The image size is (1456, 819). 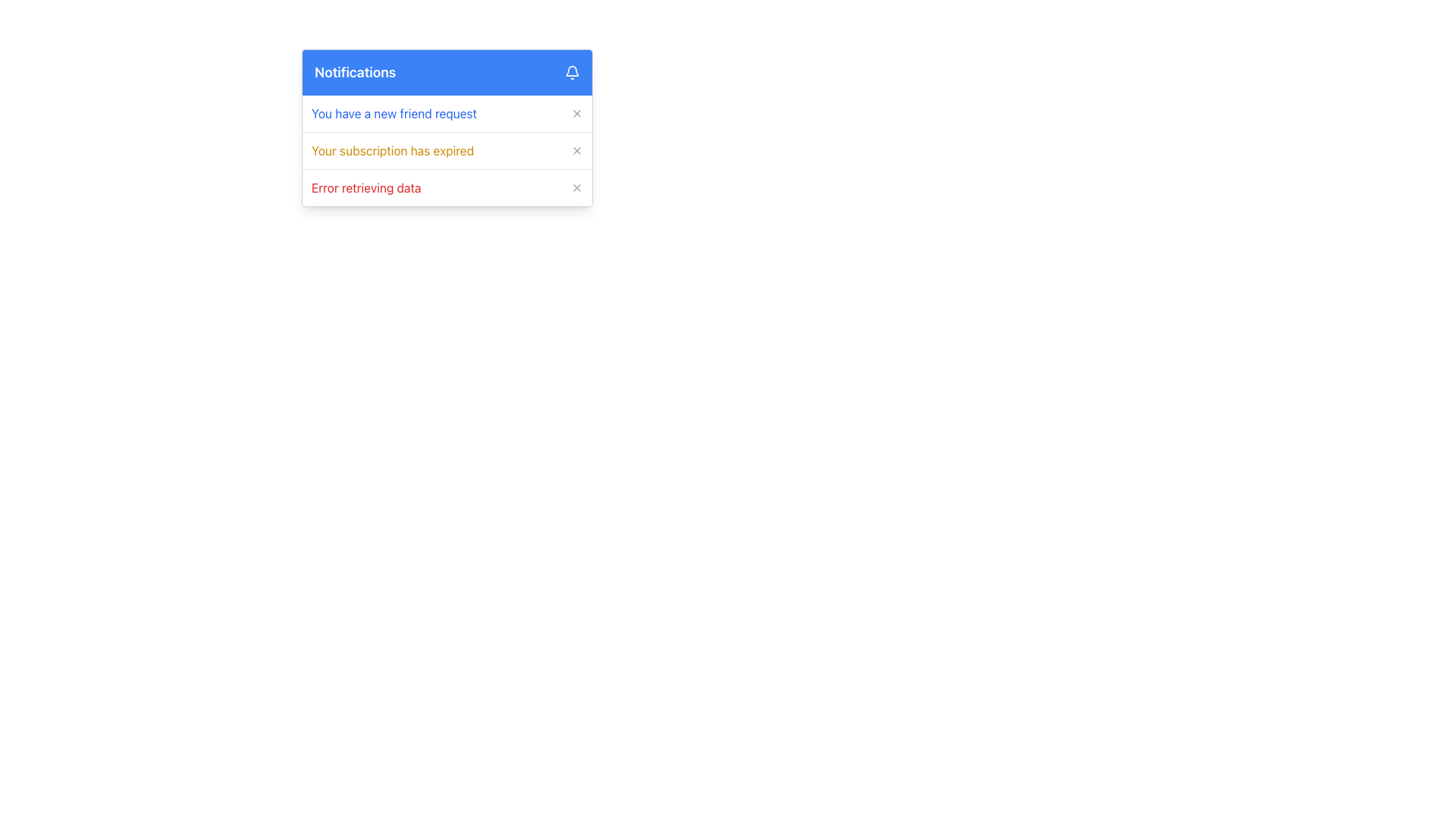 What do you see at coordinates (366, 187) in the screenshot?
I see `static text label that states 'Error retrieving data', which is styled in red color and is located in the notification panel as the third item in a vertical list of notifications` at bounding box center [366, 187].